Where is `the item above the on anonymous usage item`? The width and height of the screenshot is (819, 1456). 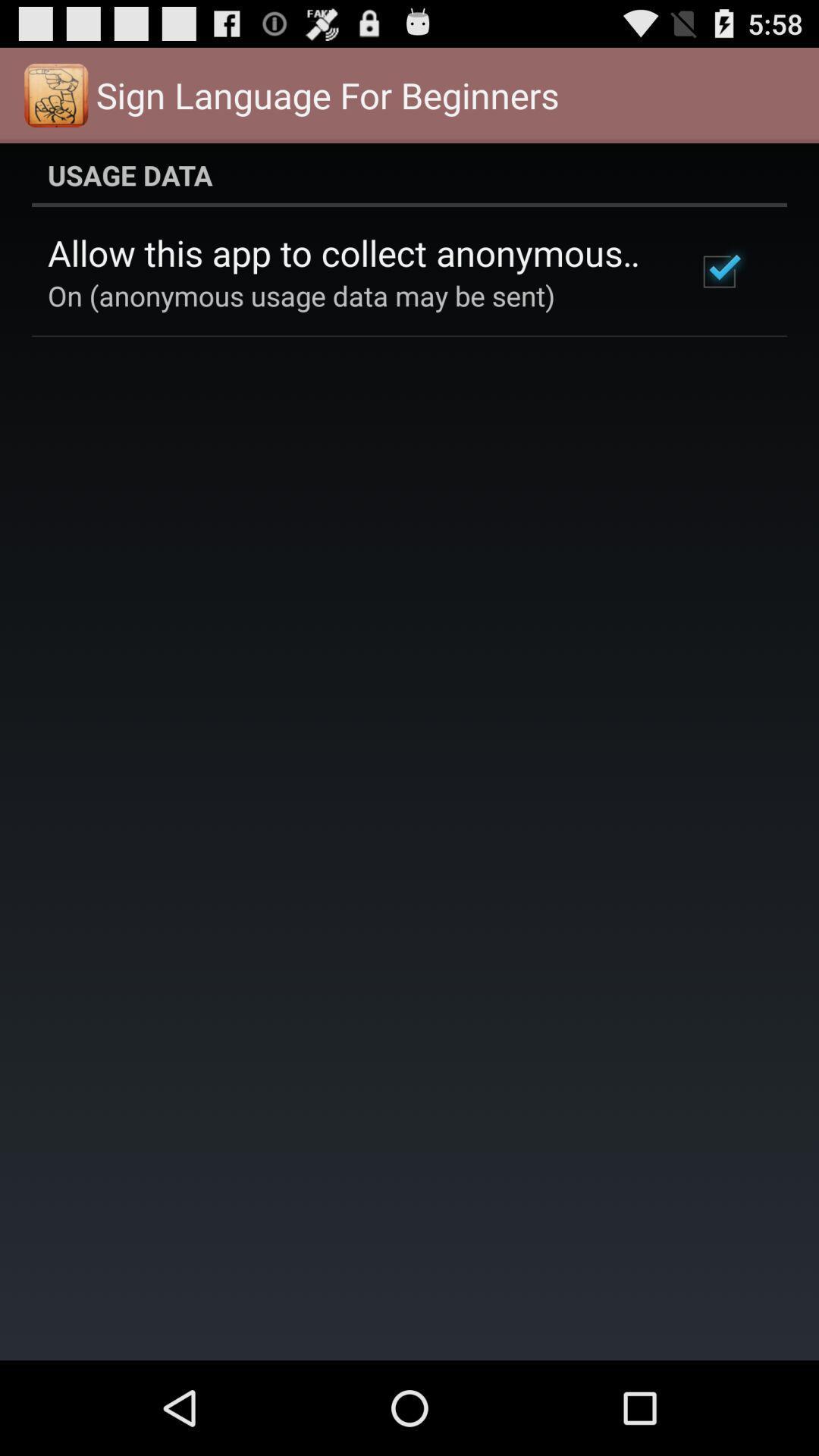 the item above the on anonymous usage item is located at coordinates (351, 253).